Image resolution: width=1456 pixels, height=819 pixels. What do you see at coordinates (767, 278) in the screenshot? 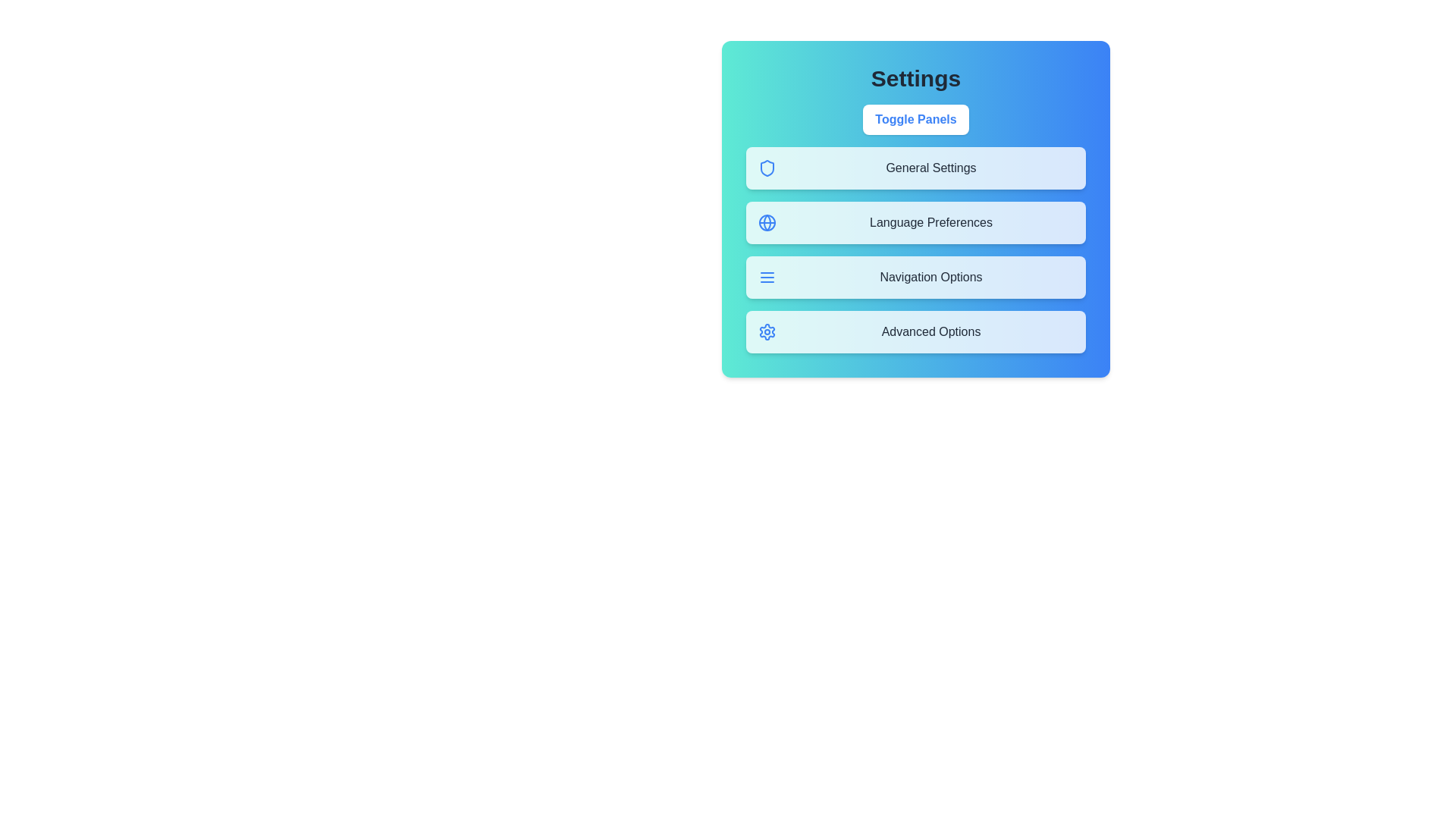
I see `the icon representing Navigation Options to inspect it` at bounding box center [767, 278].